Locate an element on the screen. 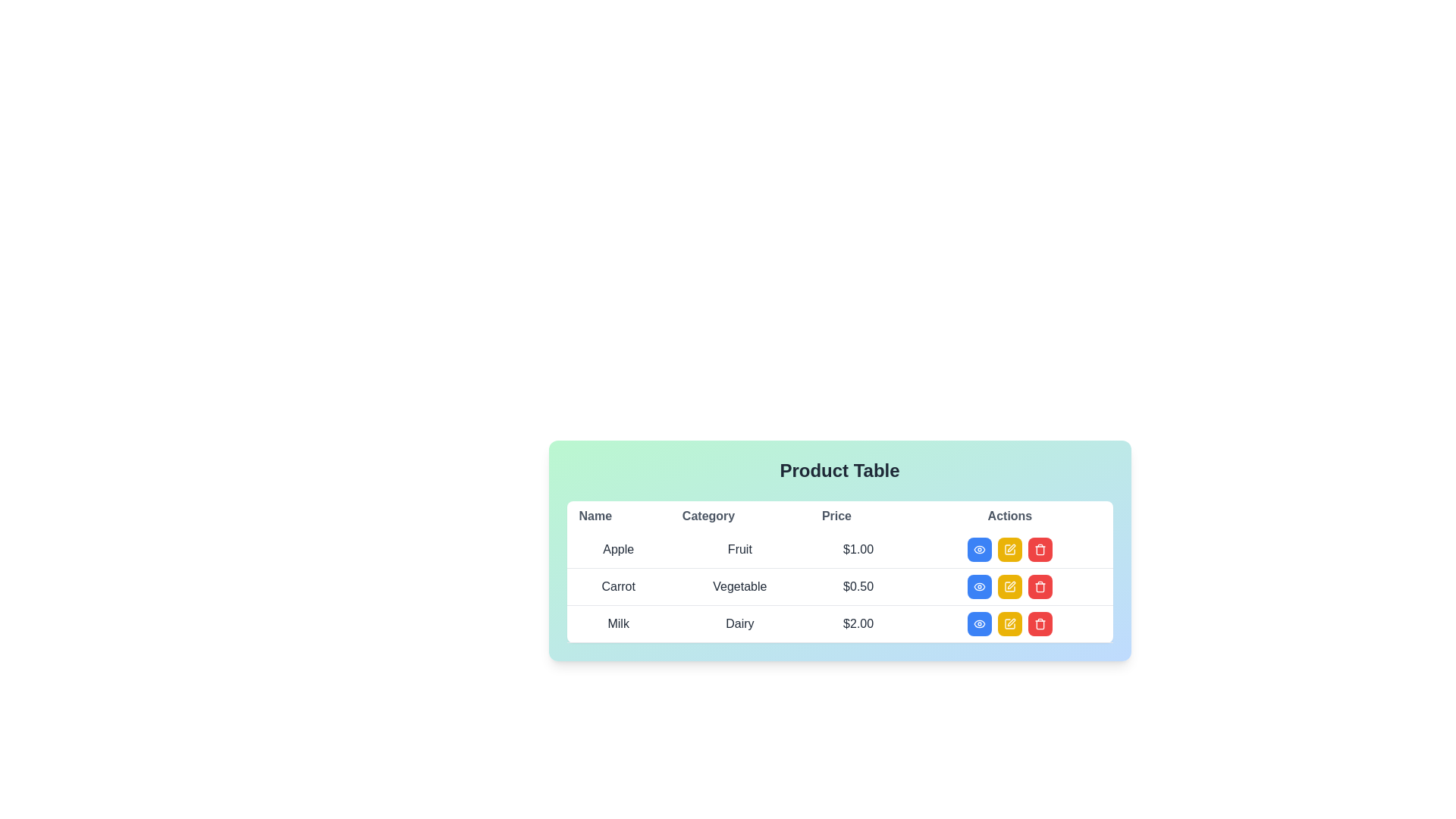 This screenshot has height=819, width=1456. the Text Display element displaying the price value of '$2.00' located in the third row of the table under the 'Price' column is located at coordinates (858, 623).